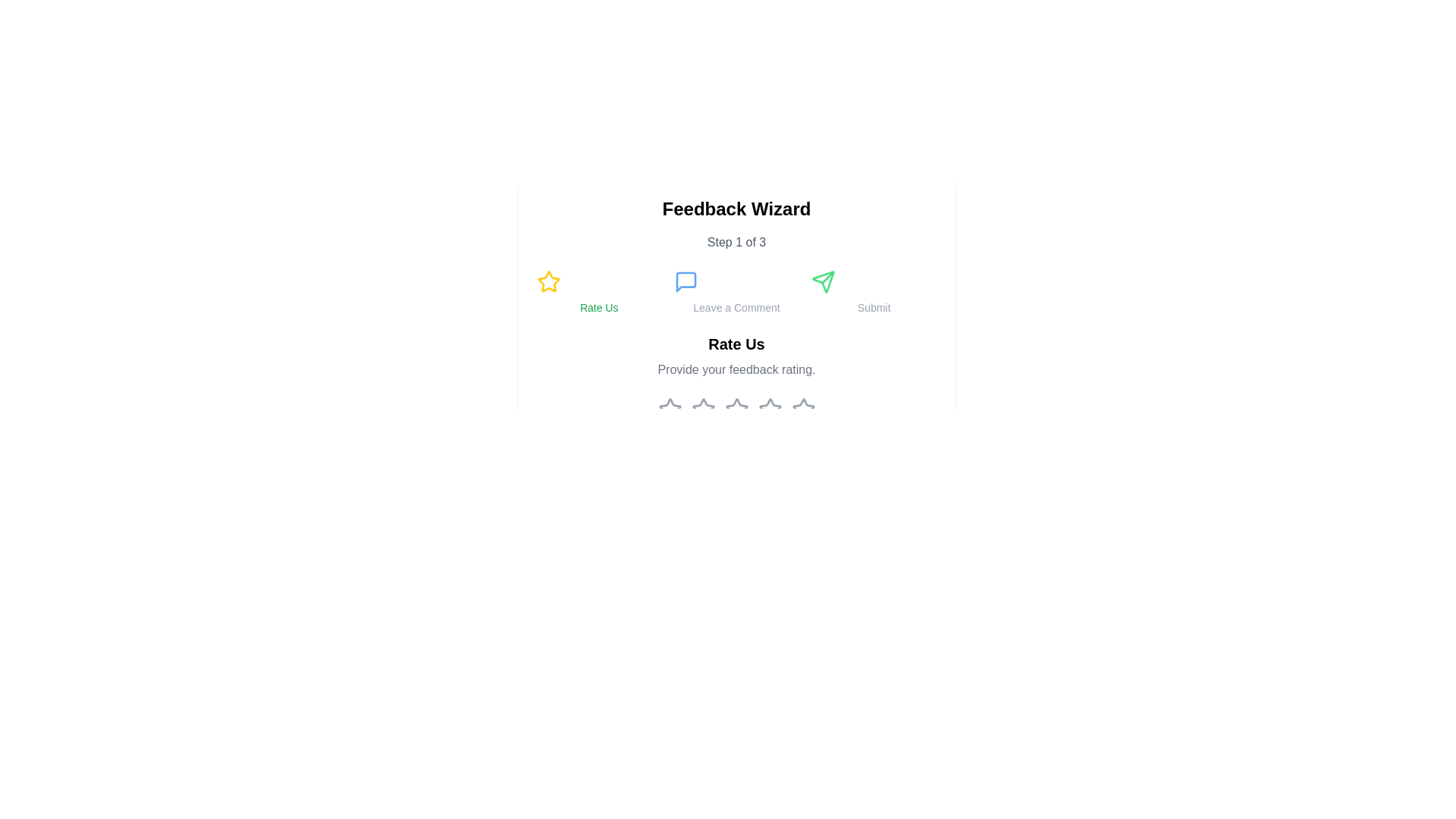 This screenshot has width=1456, height=819. What do you see at coordinates (874, 307) in the screenshot?
I see `the 'Submit' label, which displays the text in a small, gray font and is located to the right of the green directional icon in the feedback wizard interface` at bounding box center [874, 307].